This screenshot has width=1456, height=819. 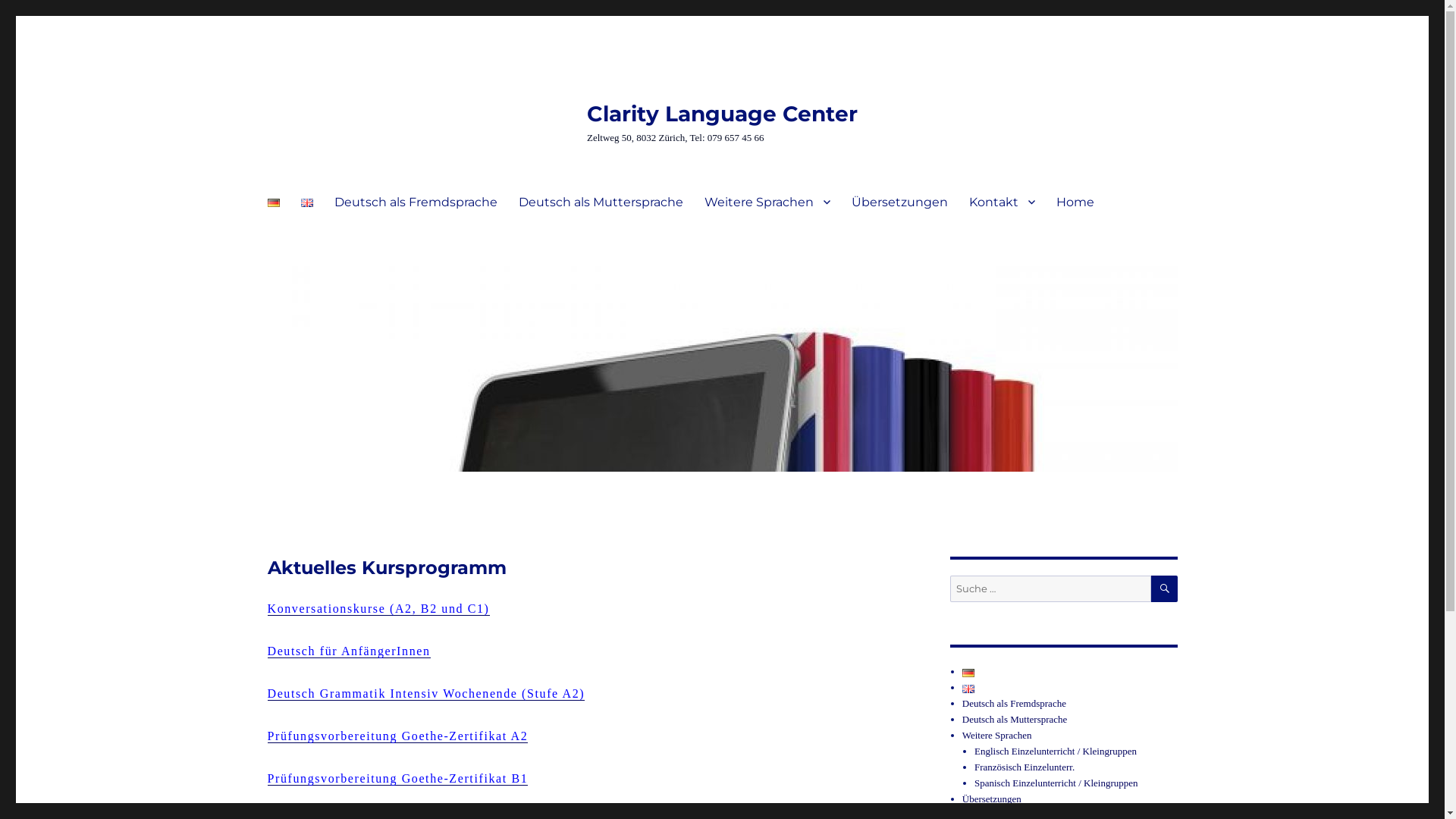 What do you see at coordinates (721, 113) in the screenshot?
I see `'Clarity Language Center'` at bounding box center [721, 113].